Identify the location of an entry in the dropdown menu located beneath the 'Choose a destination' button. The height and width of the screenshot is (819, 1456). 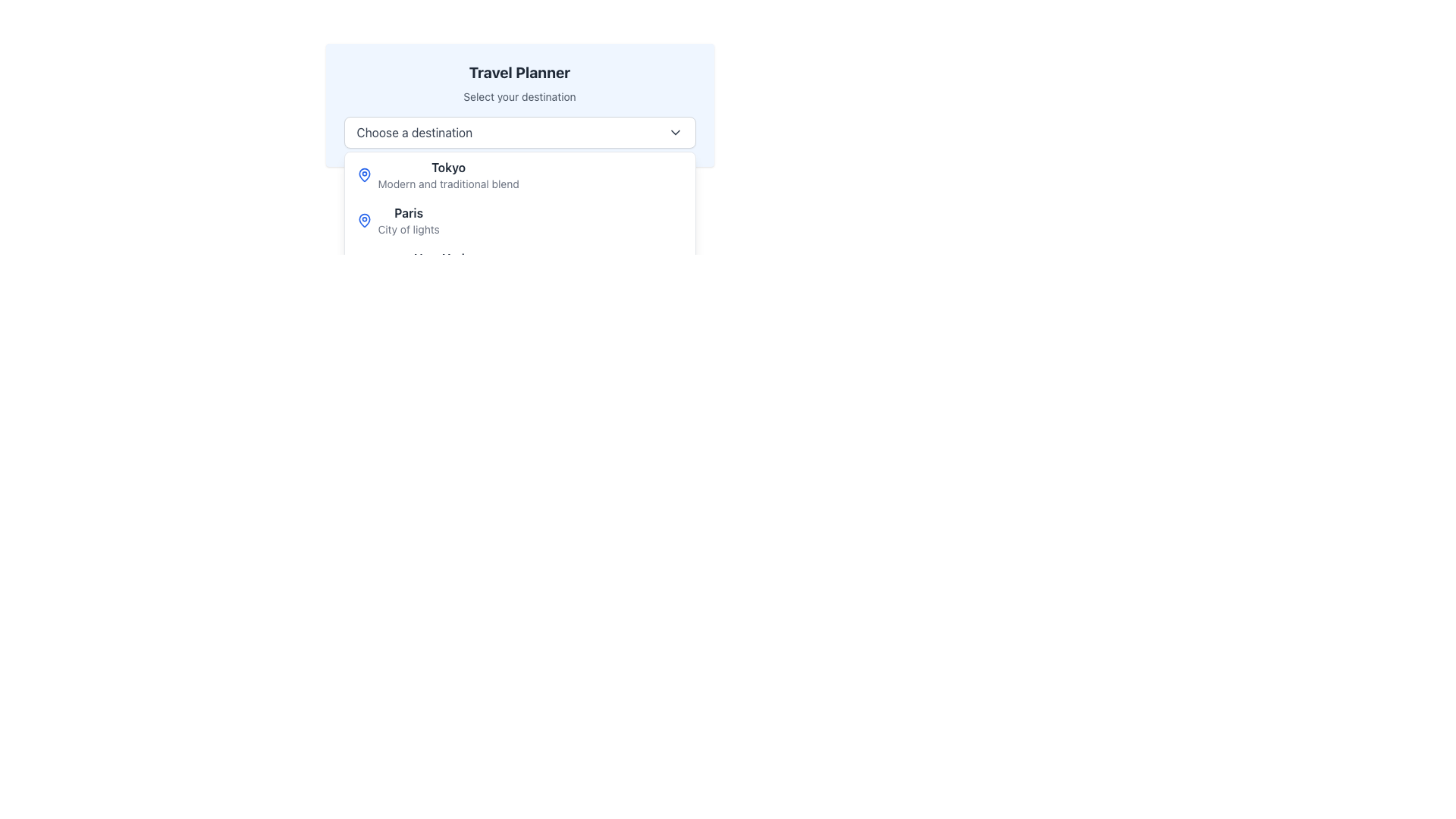
(519, 242).